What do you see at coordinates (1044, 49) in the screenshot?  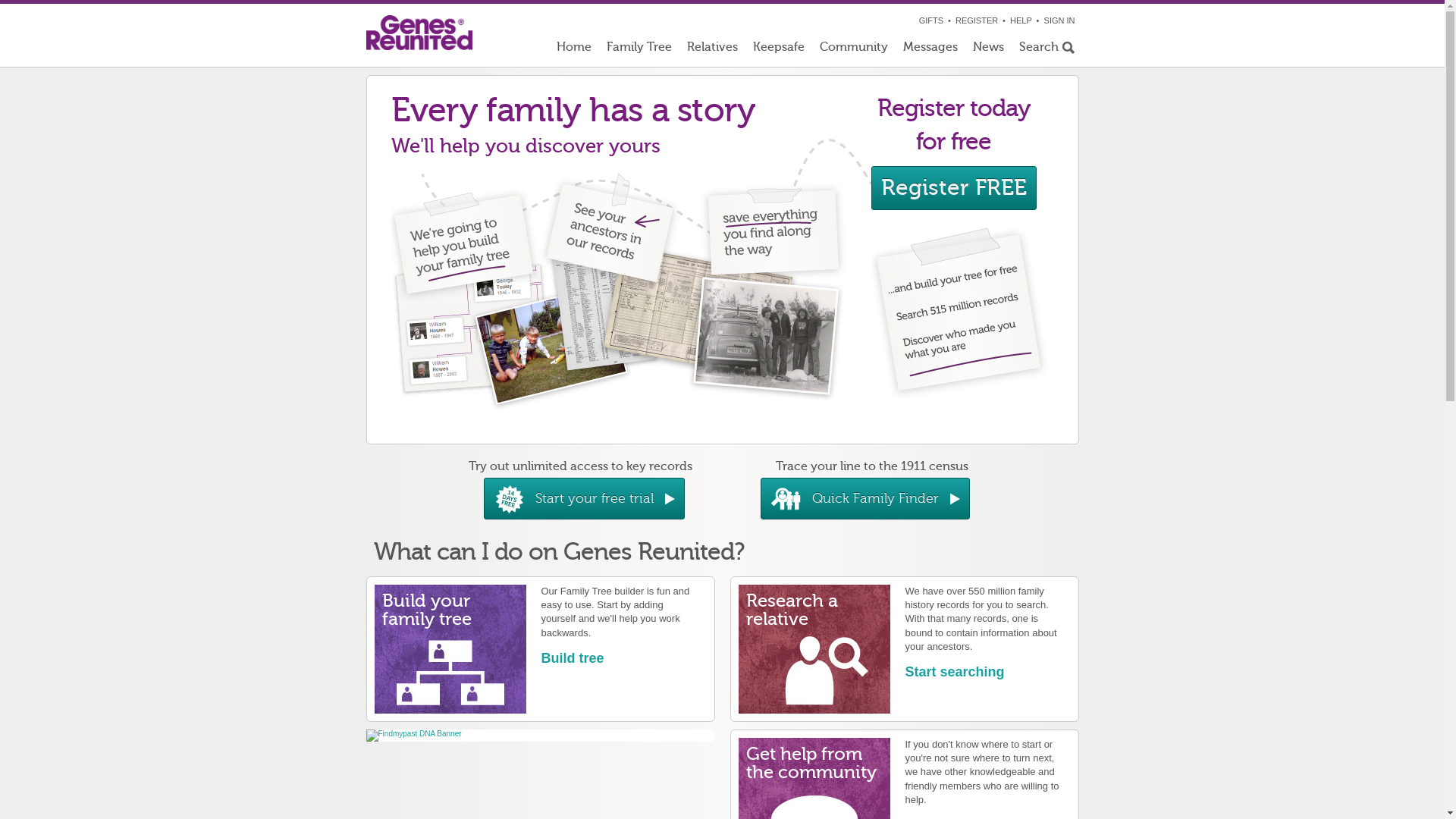 I see `'Search'` at bounding box center [1044, 49].